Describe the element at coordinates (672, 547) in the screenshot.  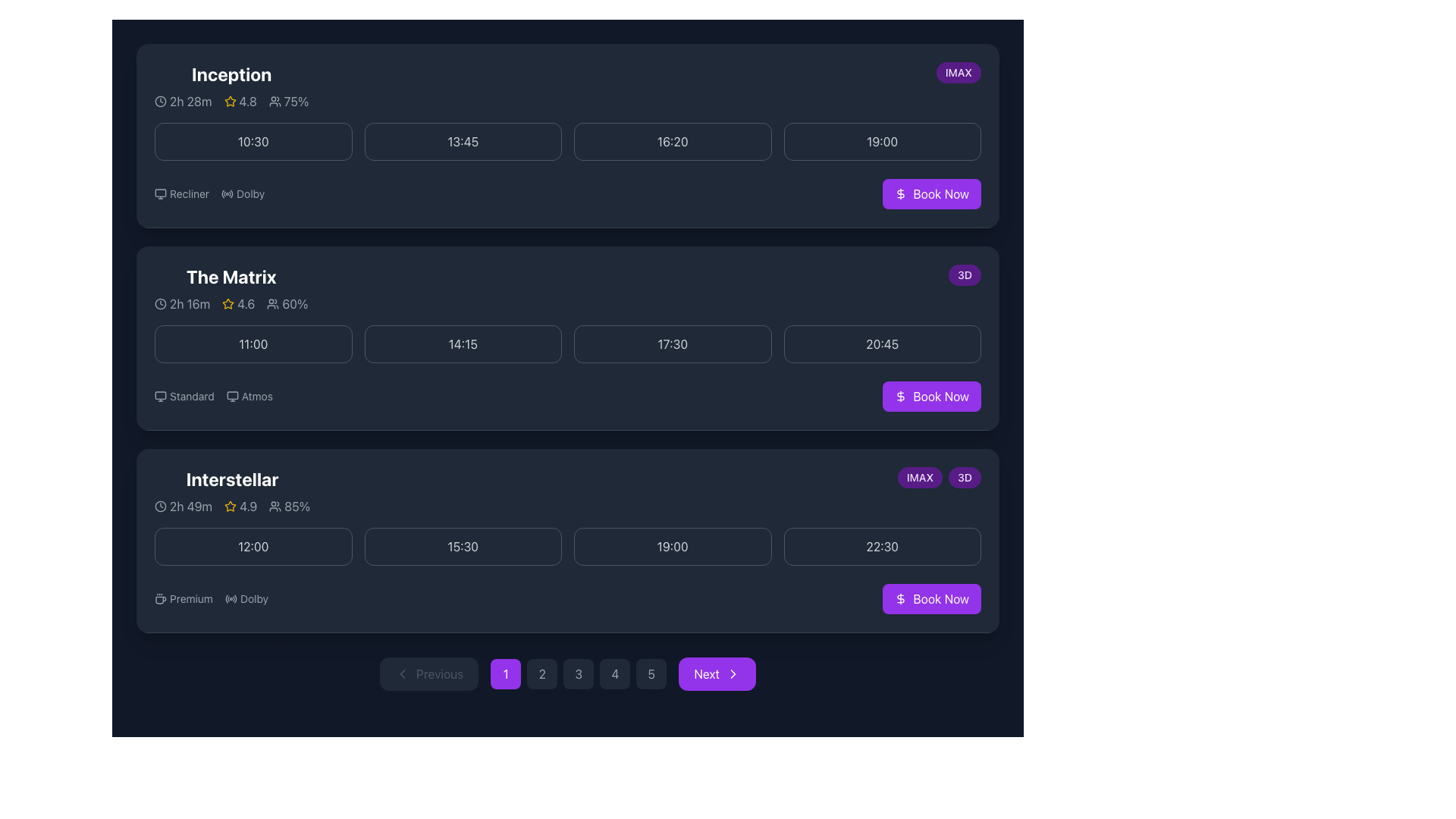
I see `the third button labeled '19:00' in the 'Interstellar' section, located between '15:30' and '22:30'` at that location.